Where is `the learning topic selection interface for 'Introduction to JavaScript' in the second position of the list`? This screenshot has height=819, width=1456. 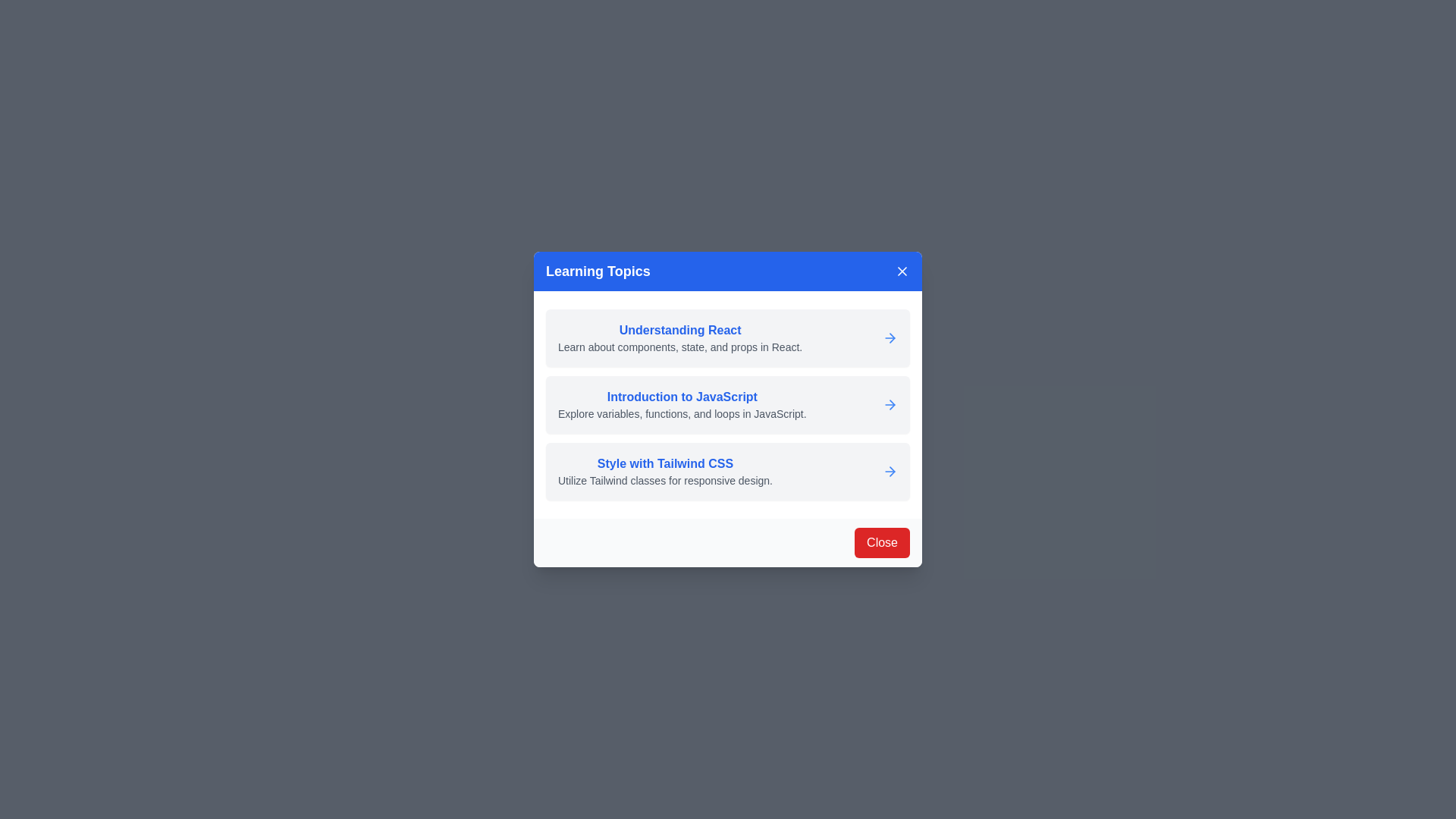 the learning topic selection interface for 'Introduction to JavaScript' in the second position of the list is located at coordinates (728, 403).